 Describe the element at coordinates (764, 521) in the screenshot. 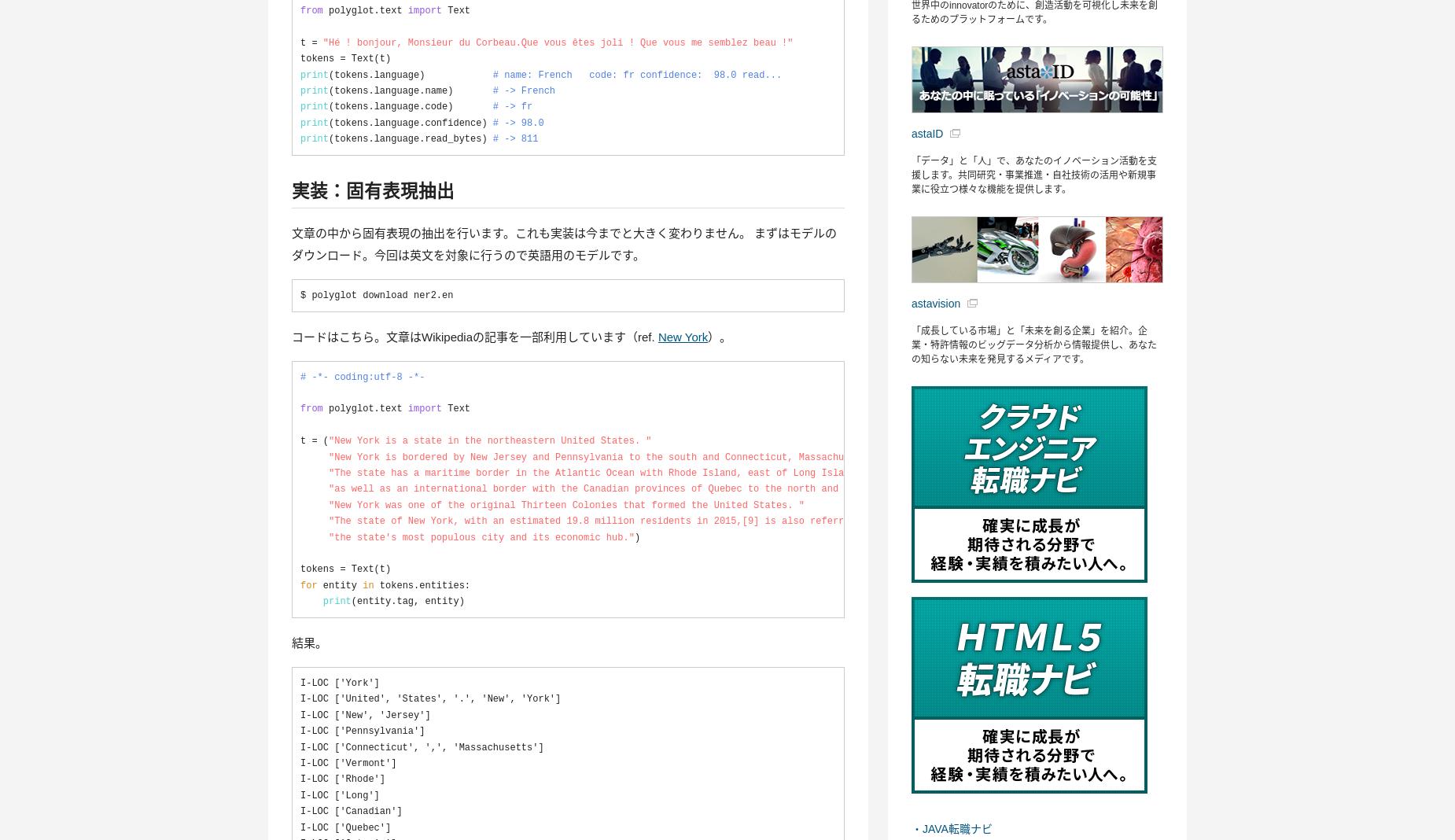

I see `'"The state of New York, with an estimated 19.8 million residents in 2015,[9] is also referred to as New York State to distinguish it from New York City, "'` at that location.